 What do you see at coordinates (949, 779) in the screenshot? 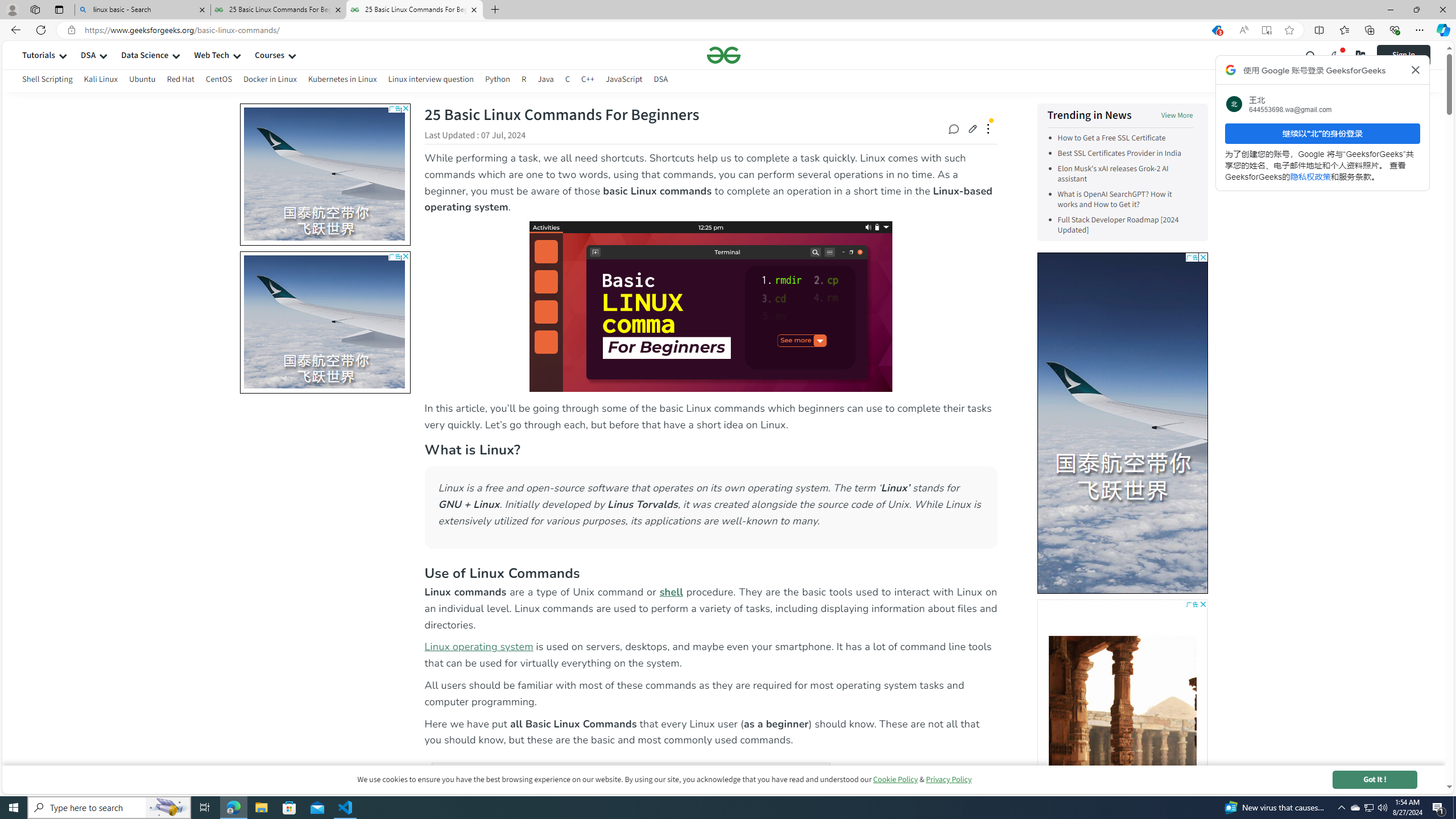
I see `'Privacy Policy'` at bounding box center [949, 779].